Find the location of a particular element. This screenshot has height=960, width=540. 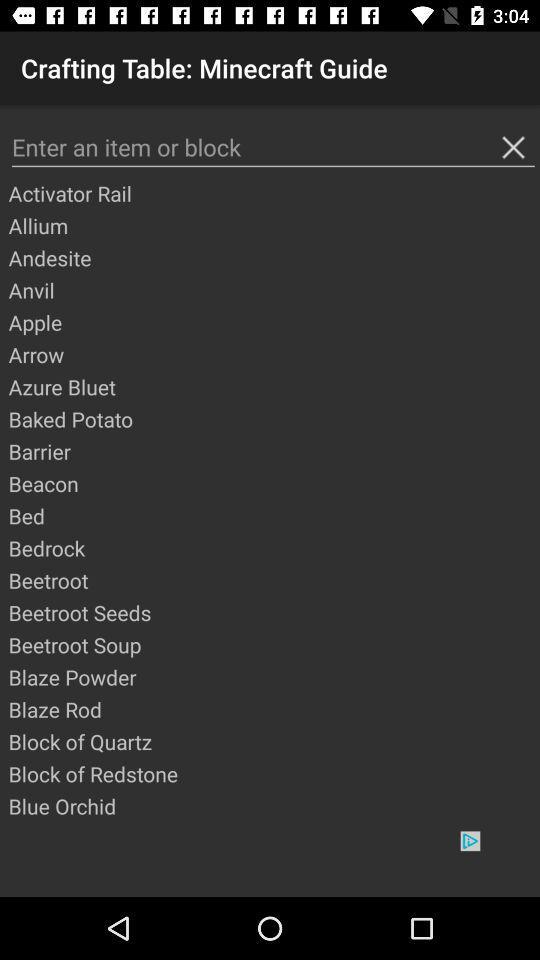

the icon above beetroot soup is located at coordinates (272, 611).